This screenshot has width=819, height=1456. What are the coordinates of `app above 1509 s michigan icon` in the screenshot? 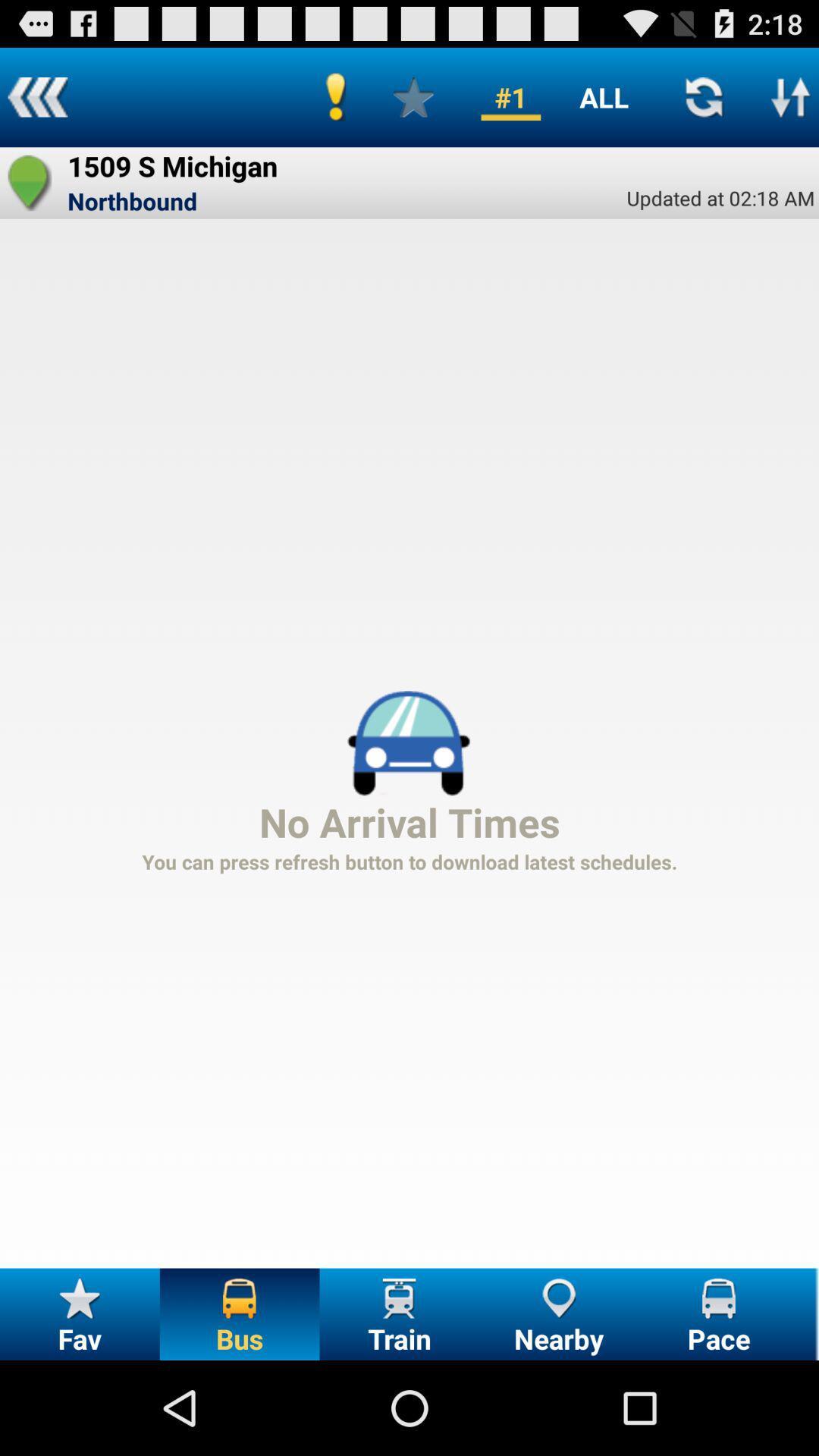 It's located at (36, 96).